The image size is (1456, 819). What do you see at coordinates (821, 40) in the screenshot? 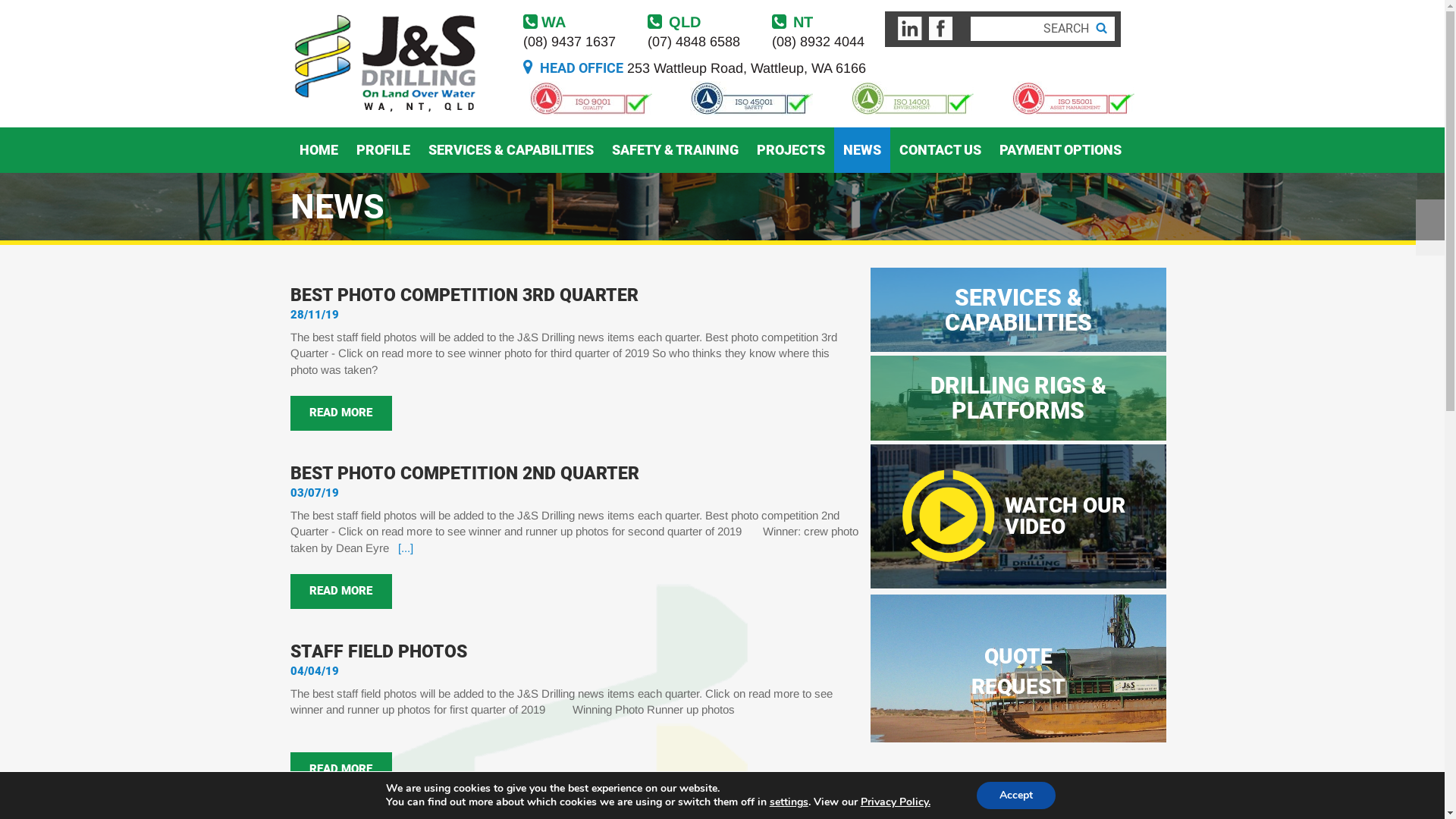
I see `'(08) 8932 4044'` at bounding box center [821, 40].